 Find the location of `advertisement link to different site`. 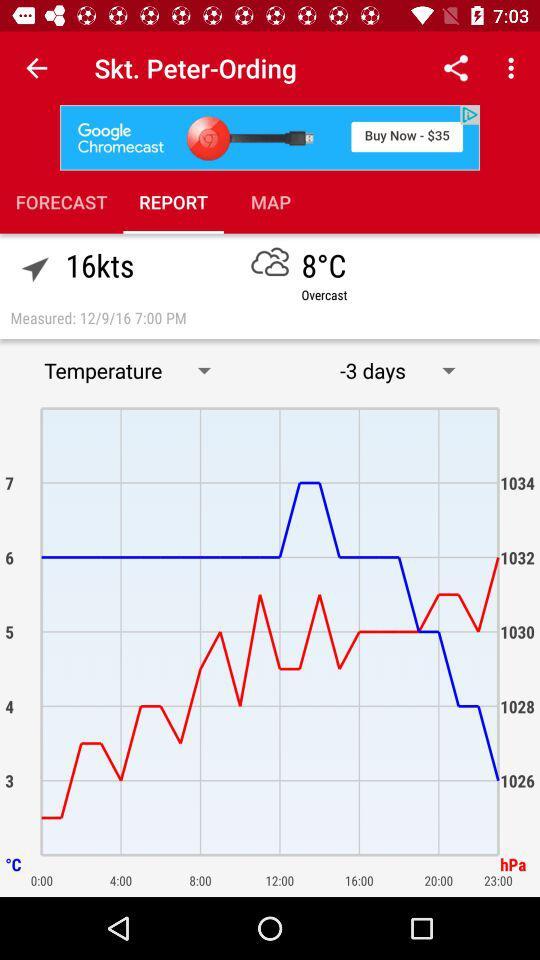

advertisement link to different site is located at coordinates (270, 136).